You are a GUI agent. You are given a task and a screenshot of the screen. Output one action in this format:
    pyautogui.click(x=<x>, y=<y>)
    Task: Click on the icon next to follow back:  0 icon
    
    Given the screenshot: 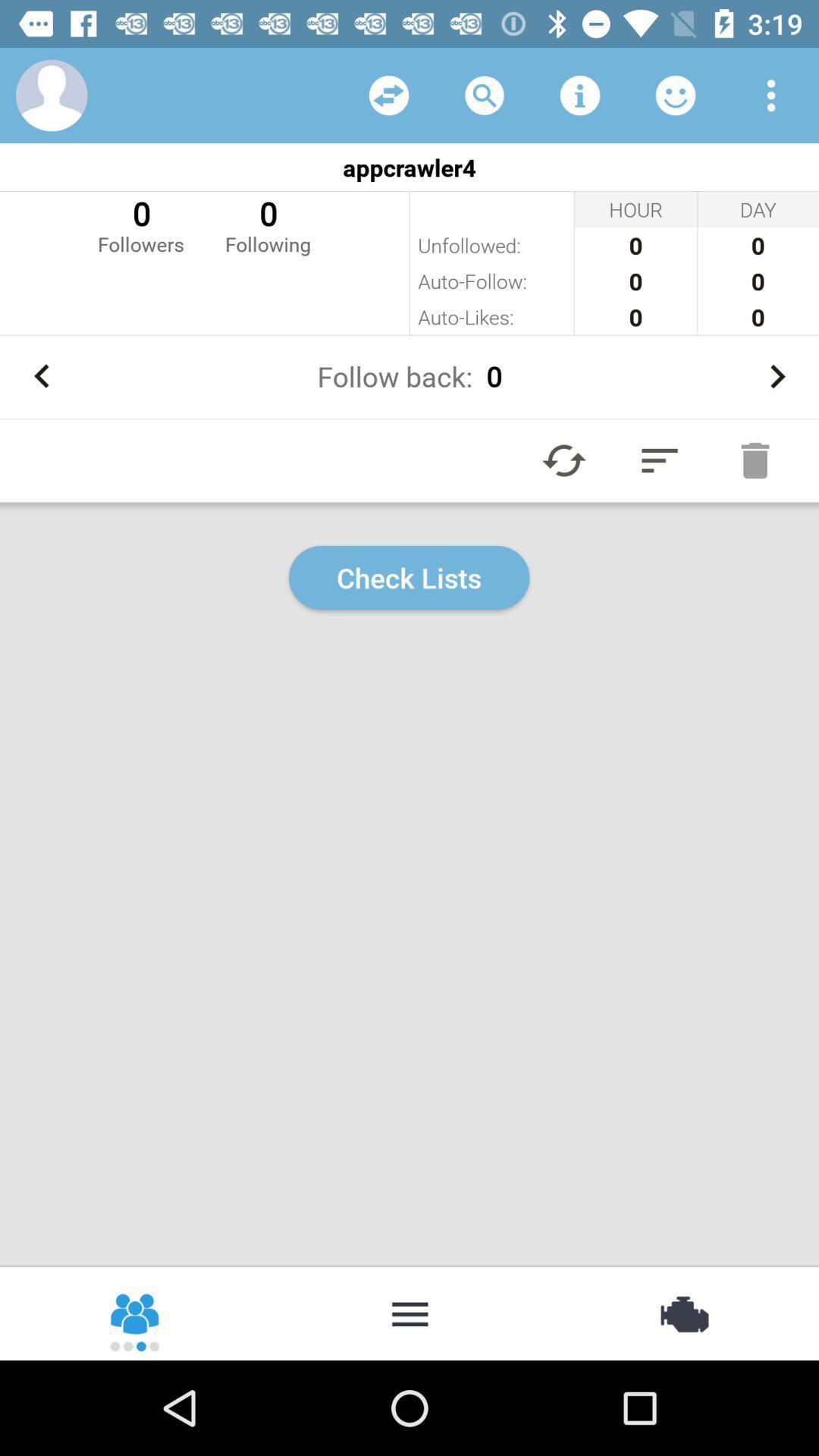 What is the action you would take?
    pyautogui.click(x=777, y=376)
    